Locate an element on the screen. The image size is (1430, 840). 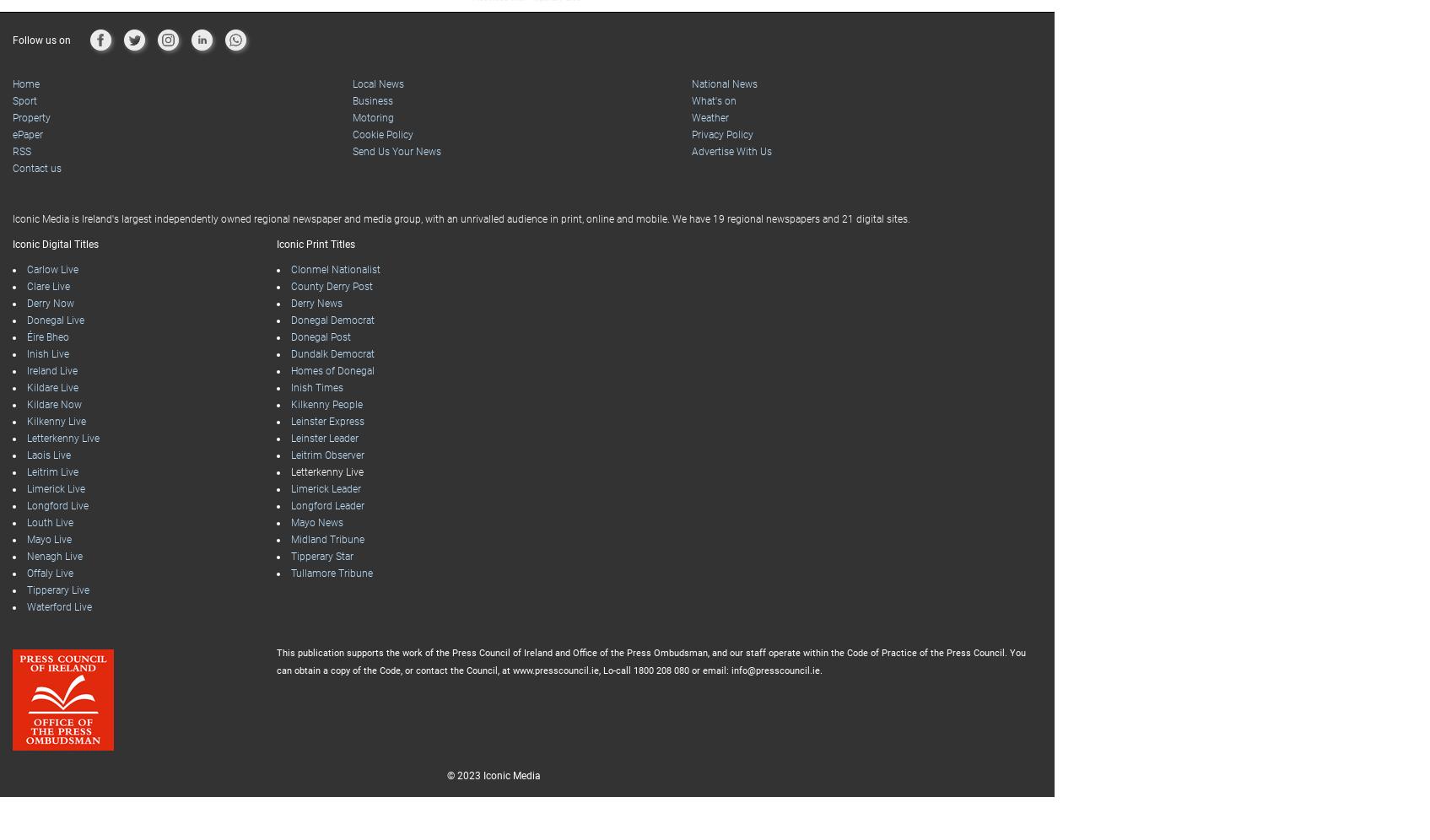
'Clonmel Nationalist' is located at coordinates (334, 269).